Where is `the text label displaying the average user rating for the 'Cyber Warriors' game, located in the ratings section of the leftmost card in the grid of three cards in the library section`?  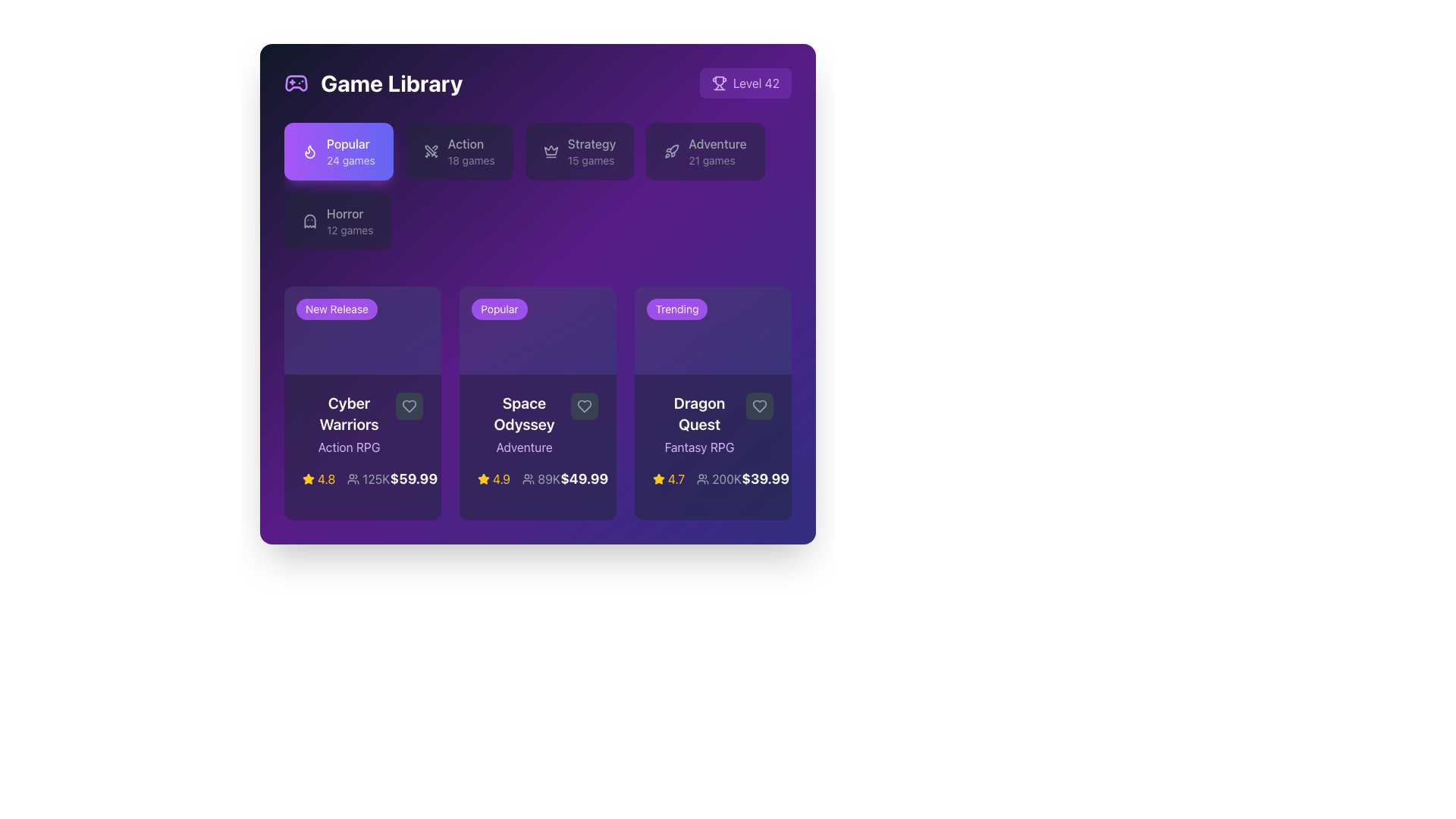 the text label displaying the average user rating for the 'Cyber Warriors' game, located in the ratings section of the leftmost card in the grid of three cards in the library section is located at coordinates (325, 479).